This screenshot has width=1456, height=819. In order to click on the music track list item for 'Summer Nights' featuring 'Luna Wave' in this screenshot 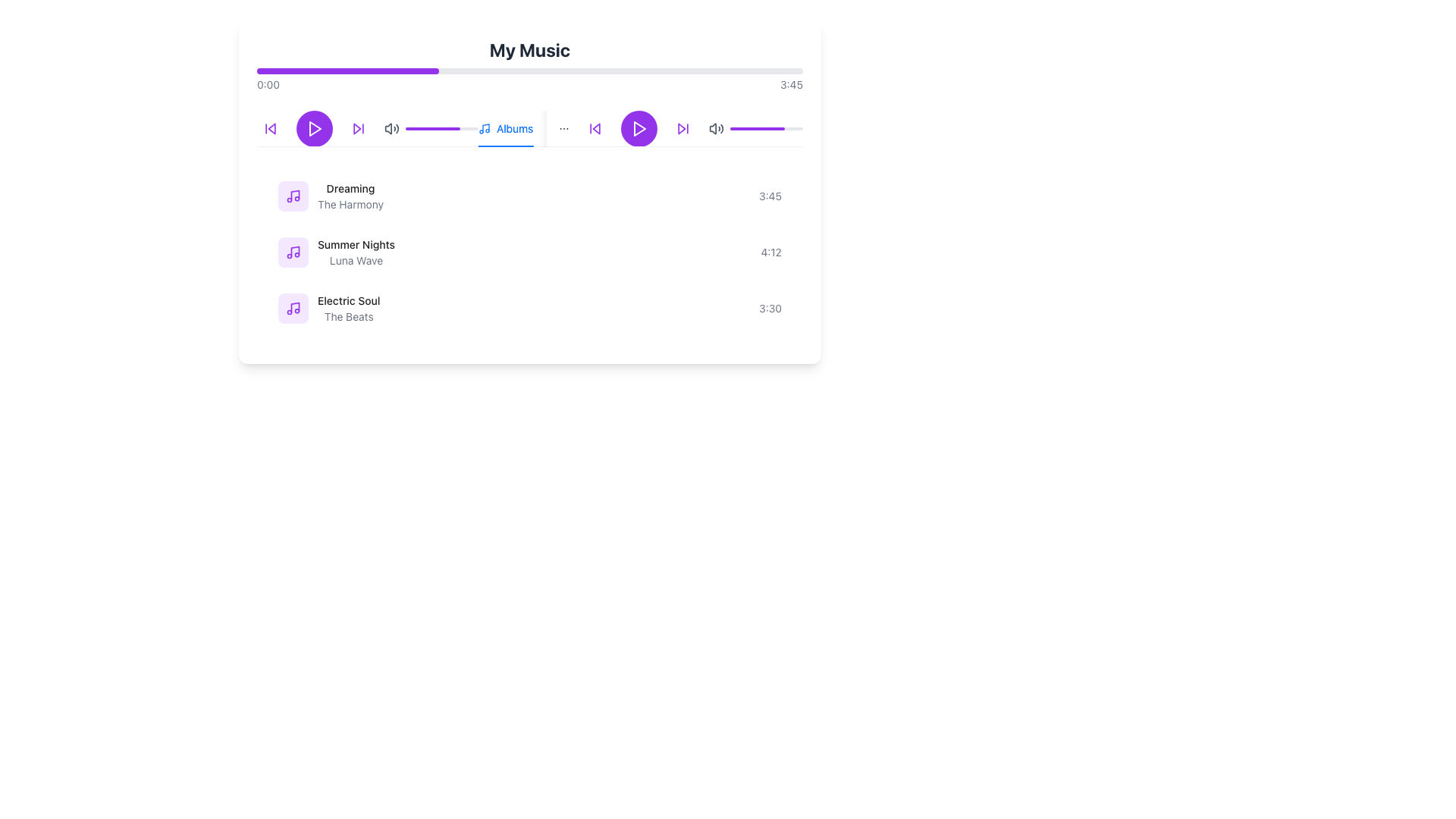, I will do `click(336, 251)`.